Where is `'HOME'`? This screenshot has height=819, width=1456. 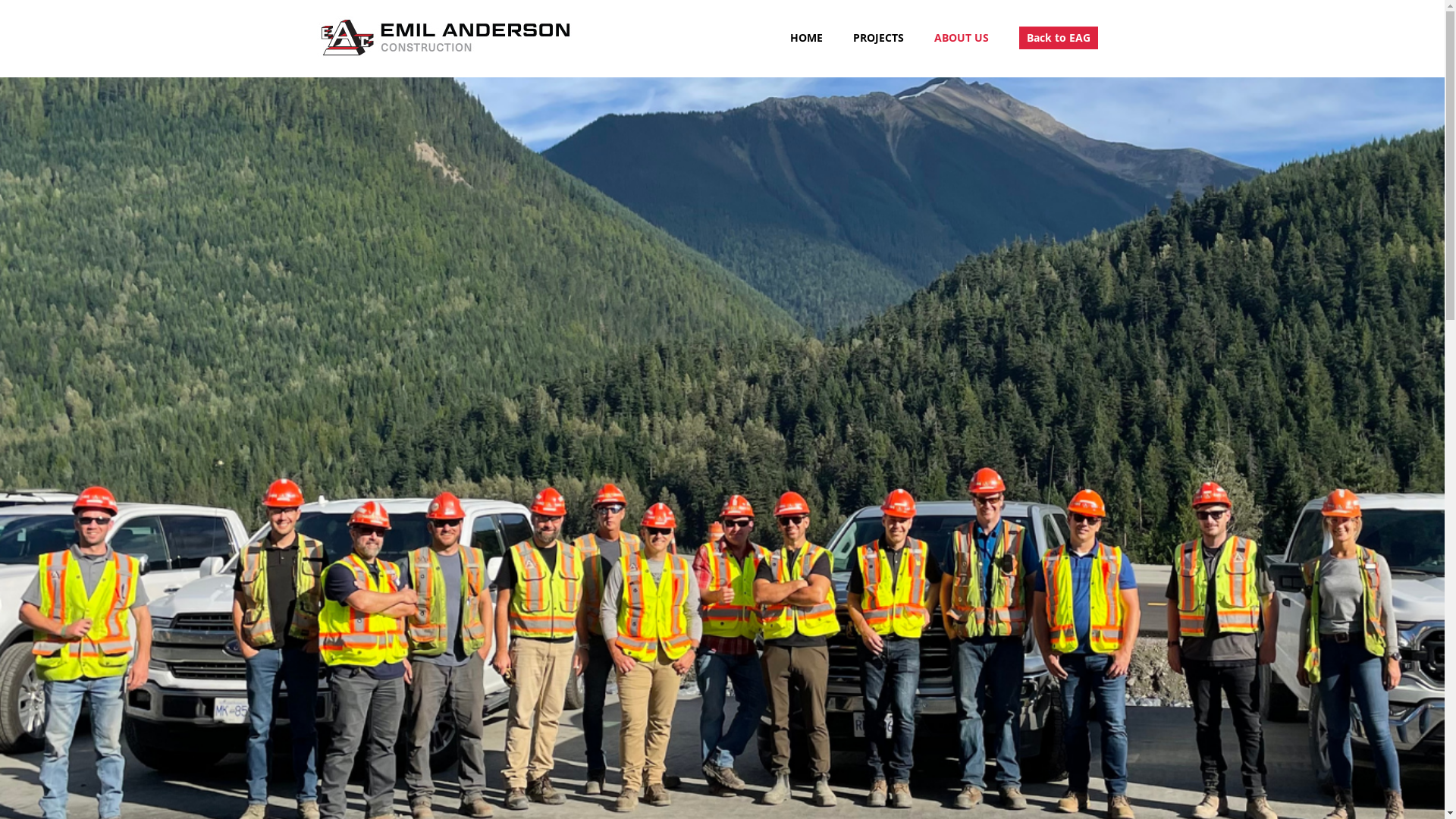 'HOME' is located at coordinates (789, 37).